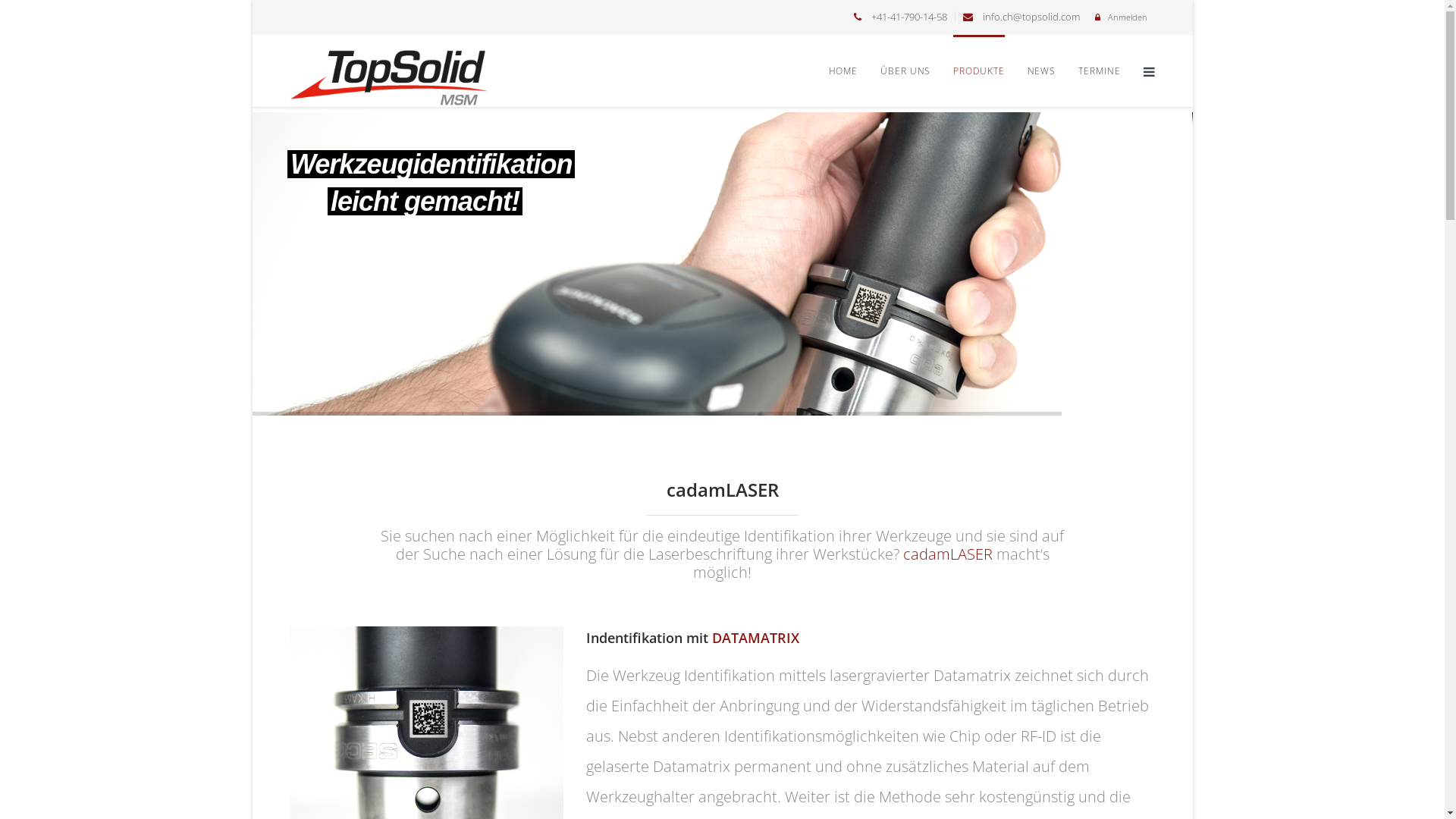 The height and width of the screenshot is (819, 1456). I want to click on 'info.ch@topsolid.com', so click(1031, 17).